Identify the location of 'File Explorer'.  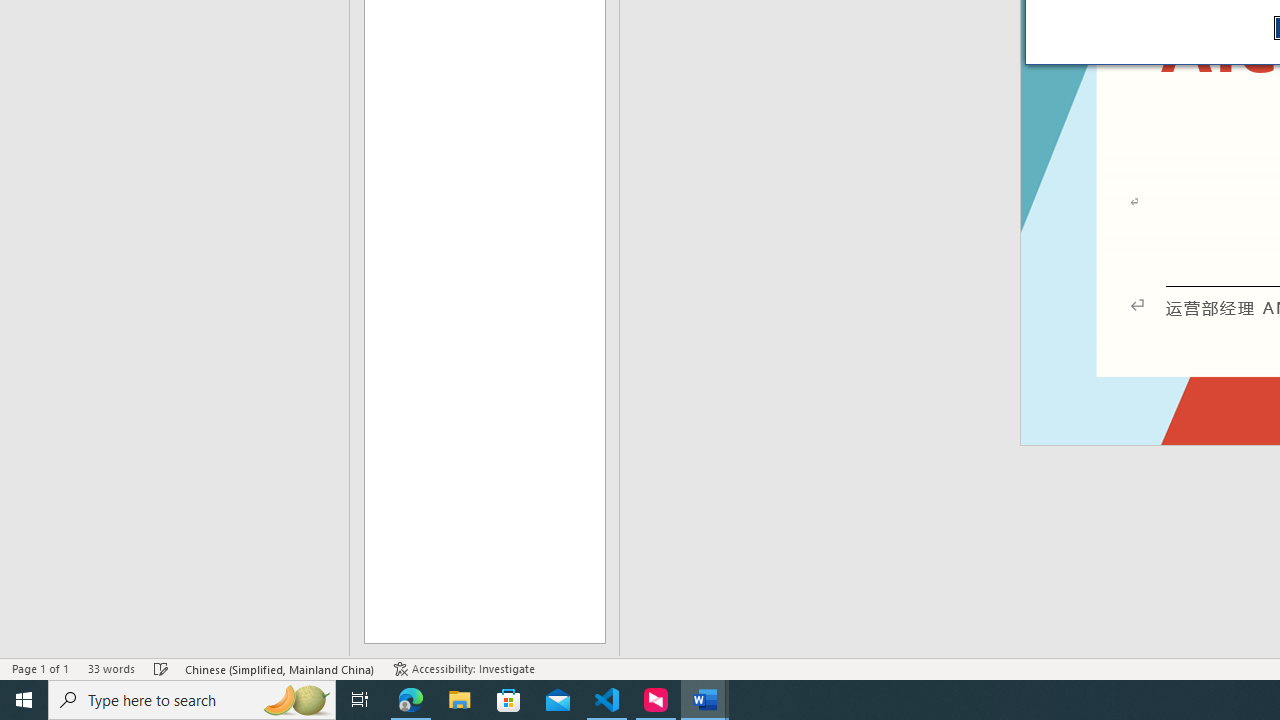
(459, 698).